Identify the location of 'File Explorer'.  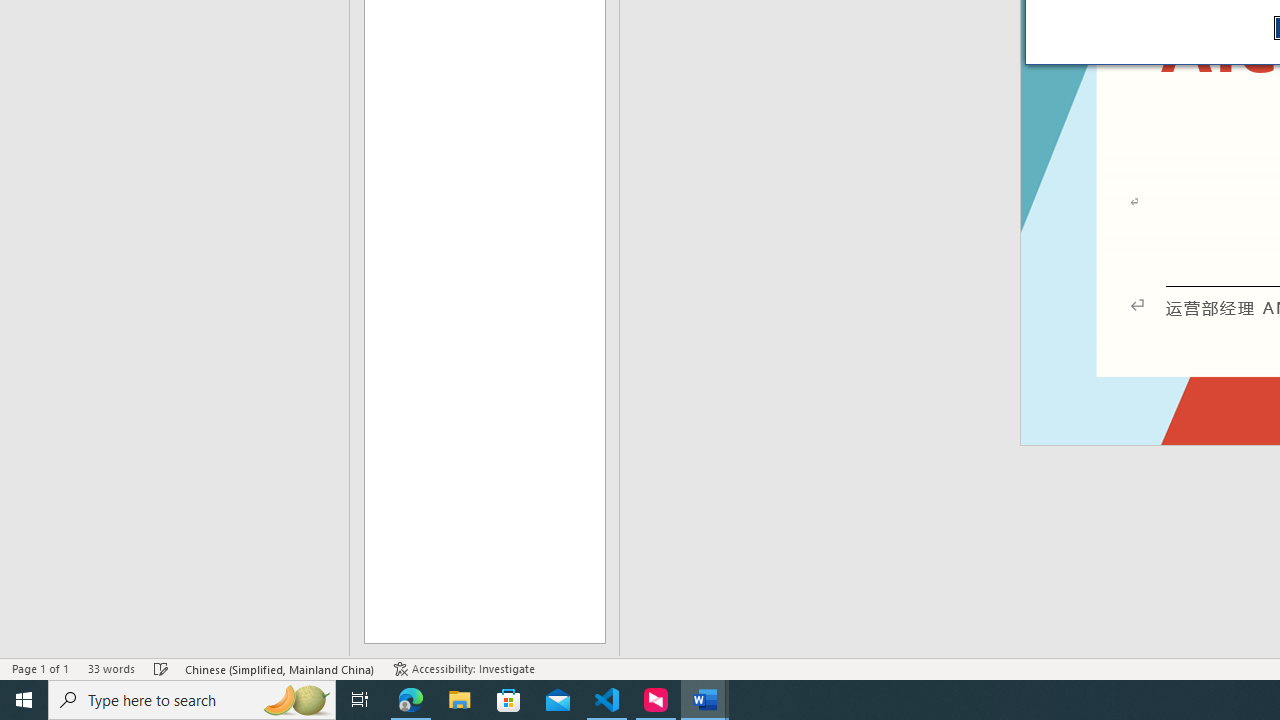
(459, 698).